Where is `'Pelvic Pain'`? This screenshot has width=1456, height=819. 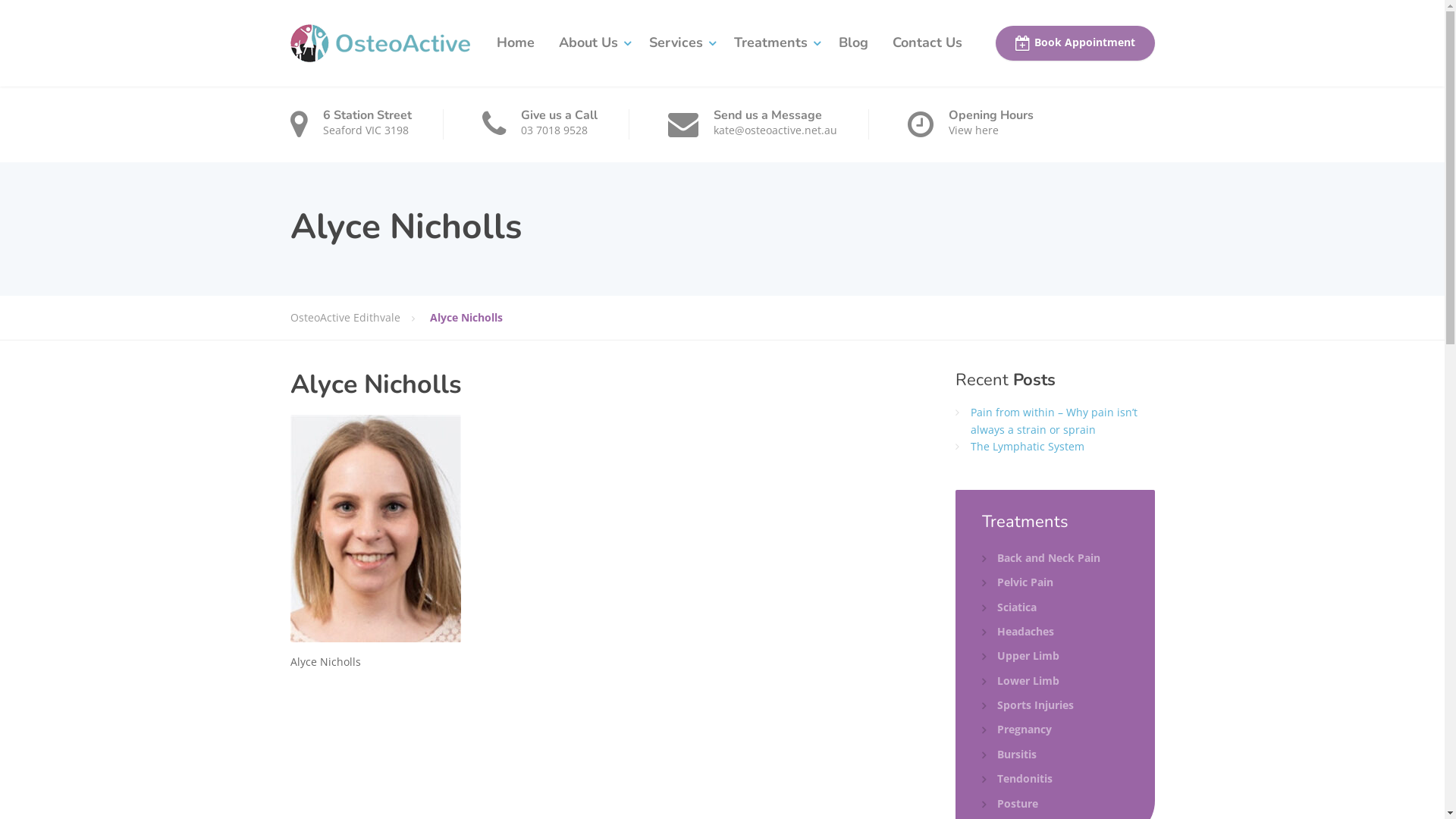
'Pelvic Pain' is located at coordinates (1018, 581).